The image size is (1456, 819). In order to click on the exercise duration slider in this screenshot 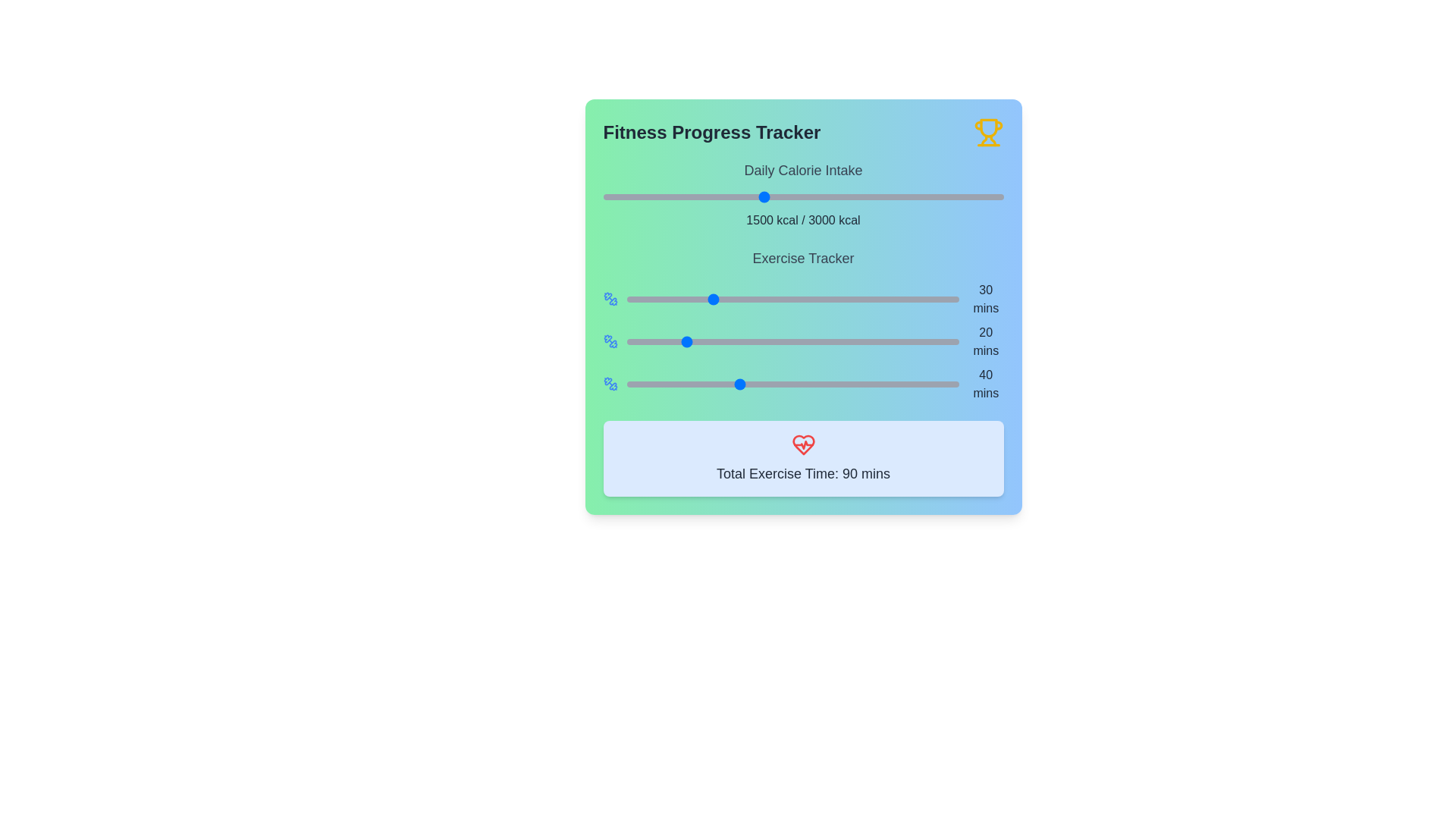, I will do `click(763, 342)`.